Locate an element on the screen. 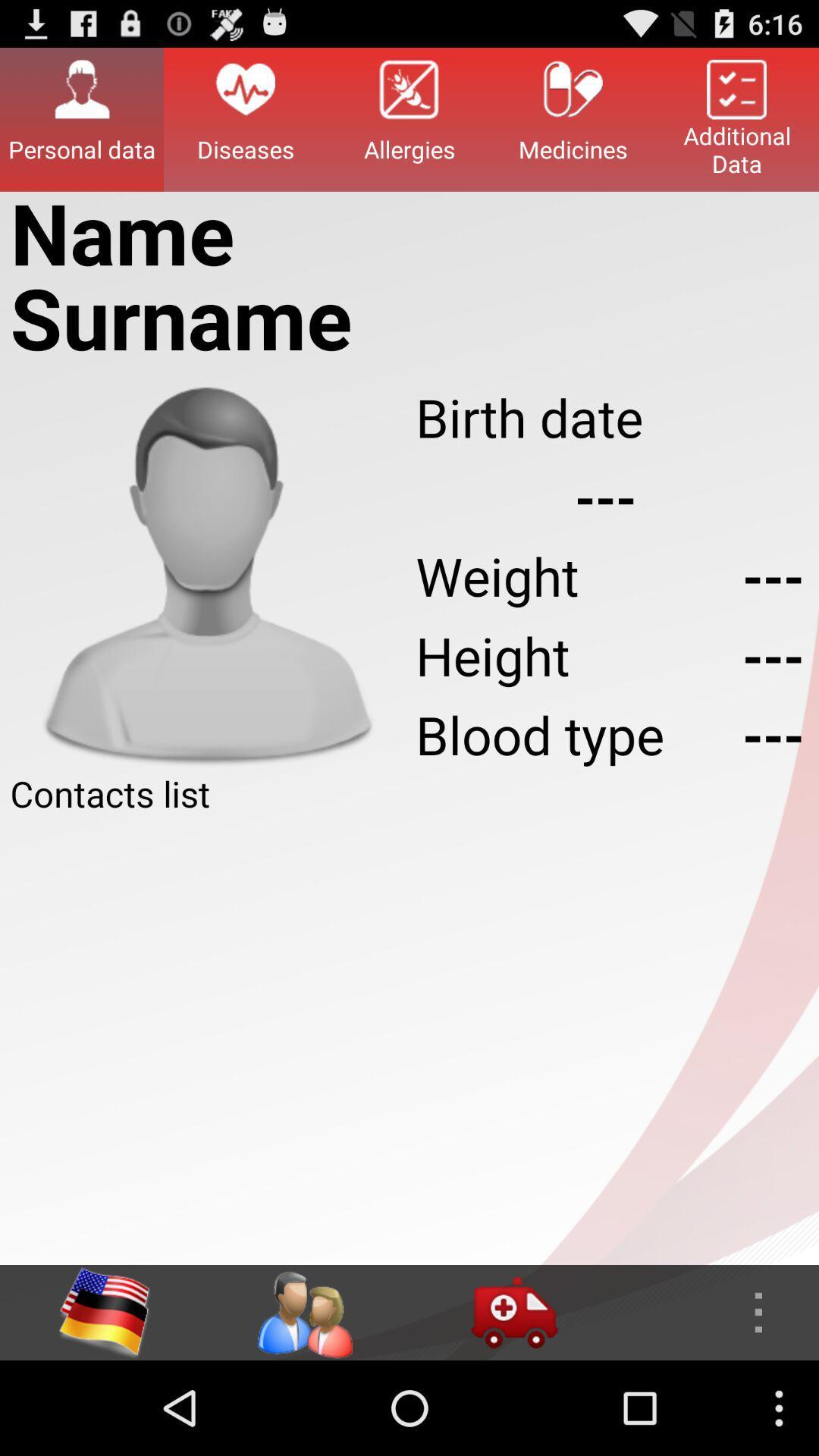 Image resolution: width=819 pixels, height=1456 pixels. item to the right of the allergies icon is located at coordinates (573, 118).